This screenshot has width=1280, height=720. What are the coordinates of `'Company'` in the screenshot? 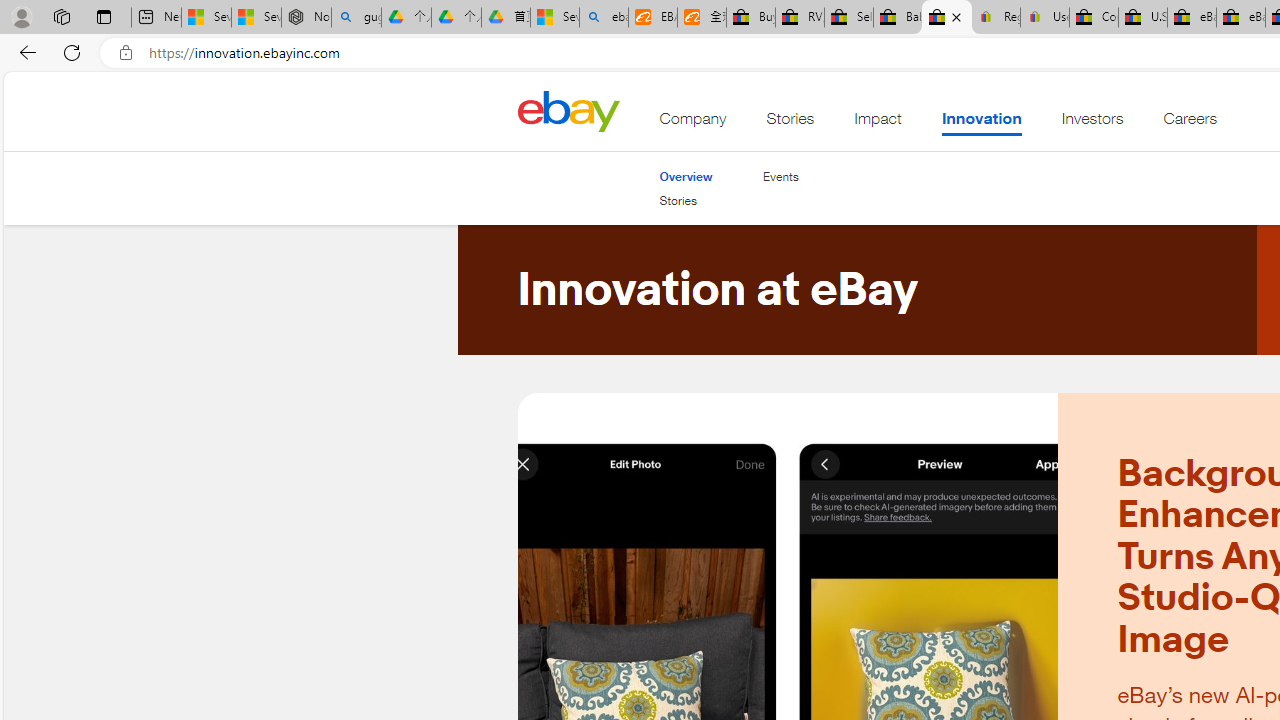 It's located at (693, 123).